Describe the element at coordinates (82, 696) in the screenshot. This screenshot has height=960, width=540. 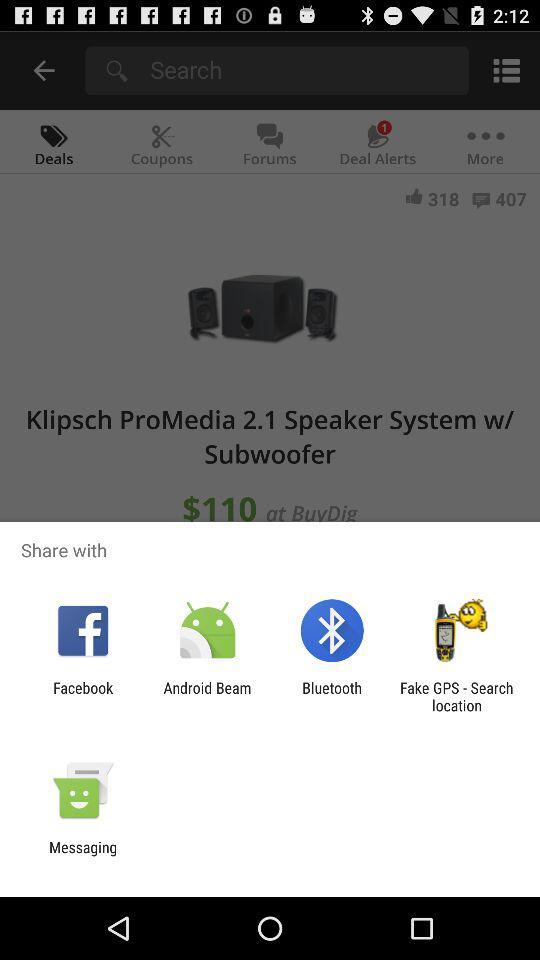
I see `app next to android beam icon` at that location.